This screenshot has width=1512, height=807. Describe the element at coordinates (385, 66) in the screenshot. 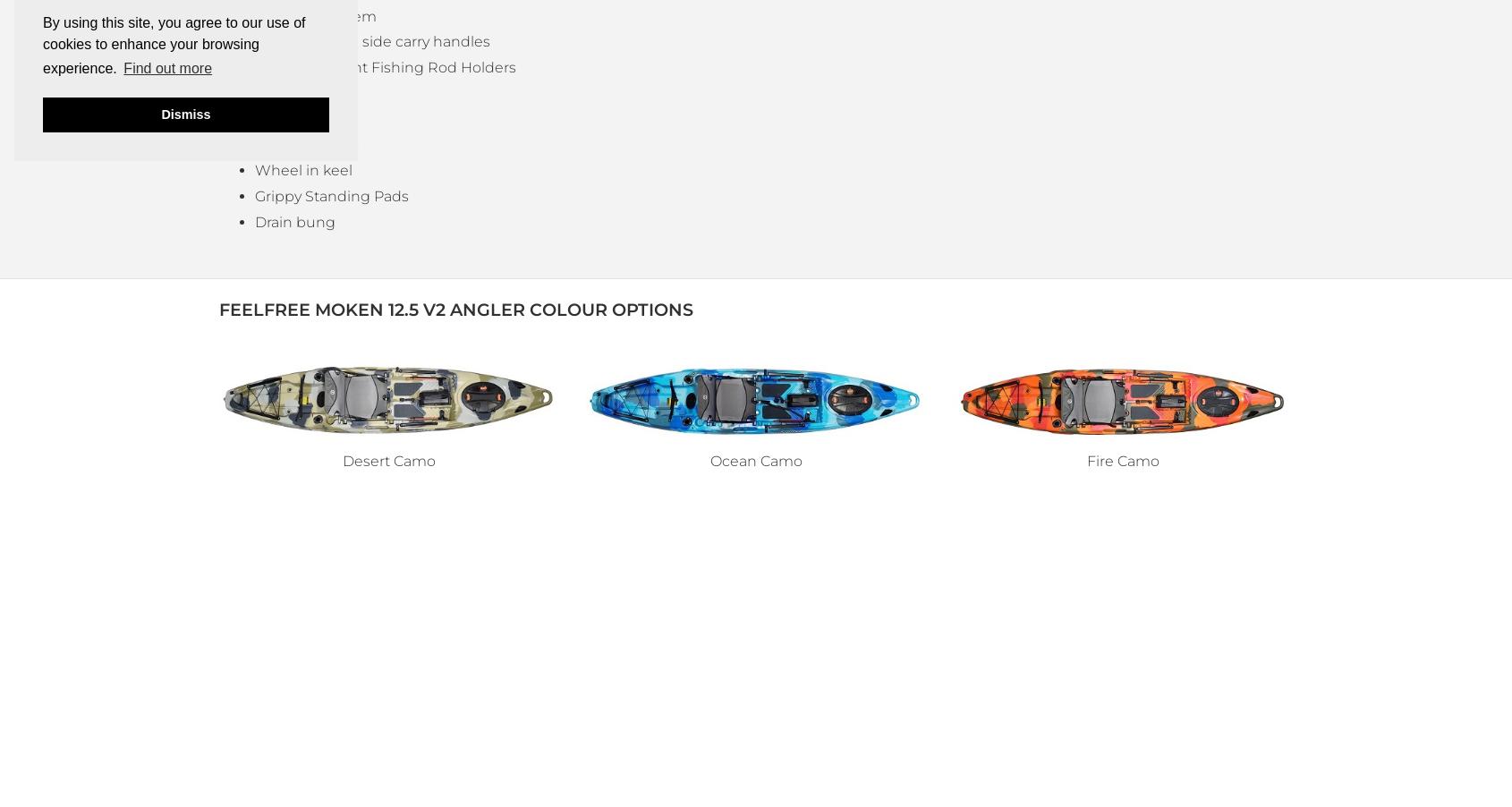

I see `'2 x Flush Mount Fishing Rod Holders'` at that location.